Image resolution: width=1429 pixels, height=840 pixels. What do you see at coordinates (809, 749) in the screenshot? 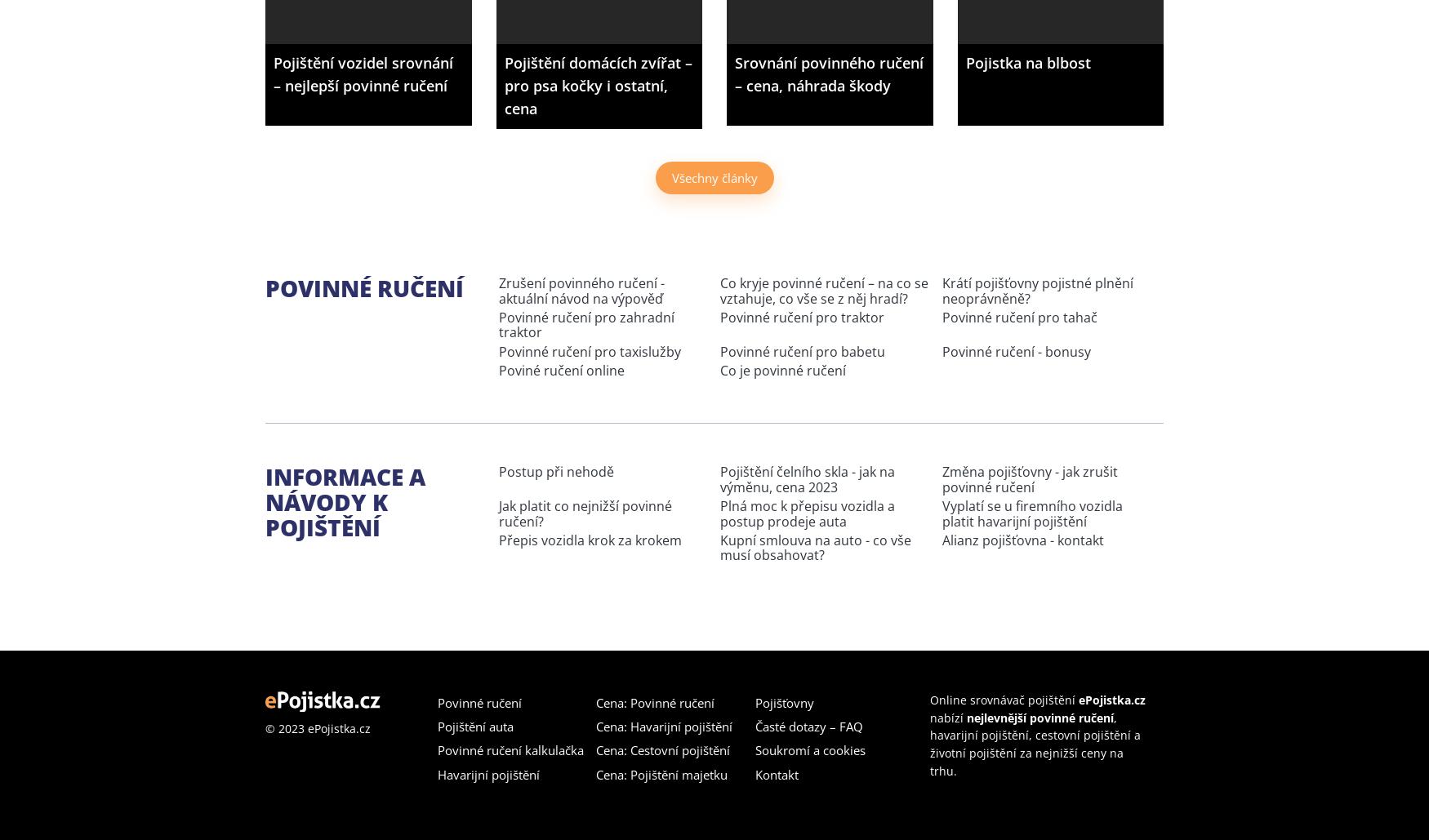
I see `'Soukromí a cookies'` at bounding box center [809, 749].